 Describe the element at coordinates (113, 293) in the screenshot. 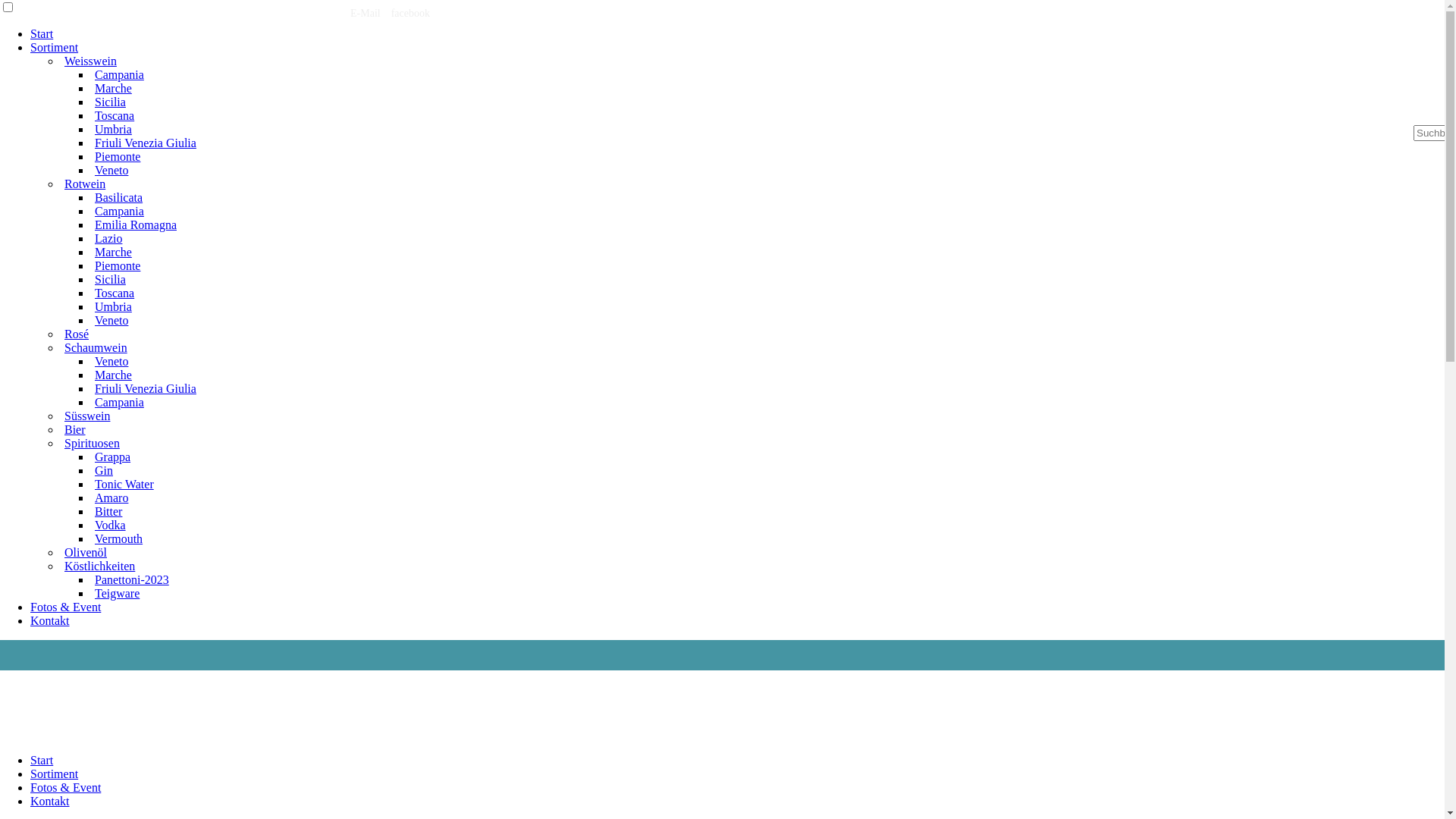

I see `'Toscana'` at that location.